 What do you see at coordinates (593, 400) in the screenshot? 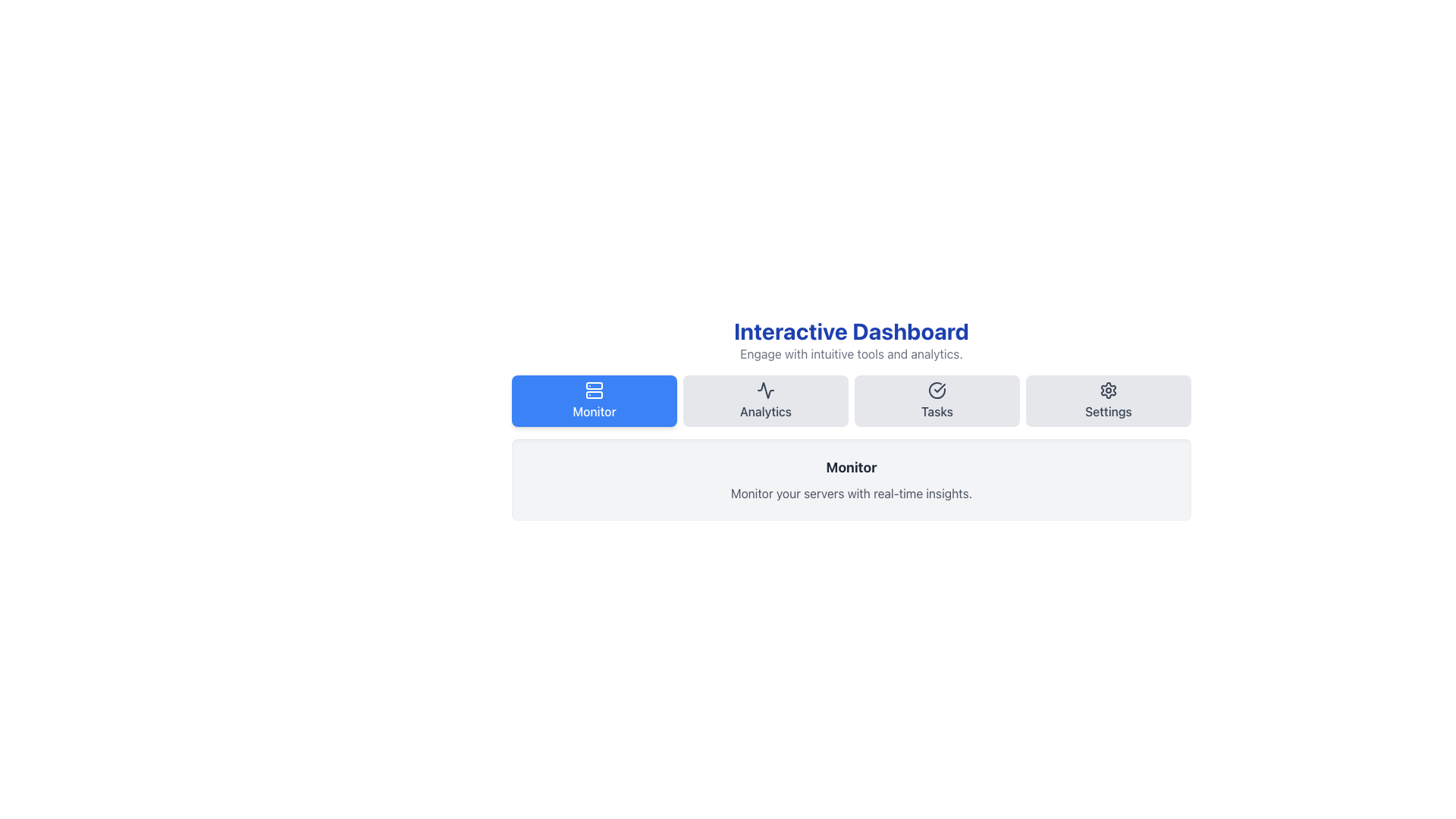
I see `the first button in the navigation section to potentially reveal more information or trigger a tooltip` at bounding box center [593, 400].